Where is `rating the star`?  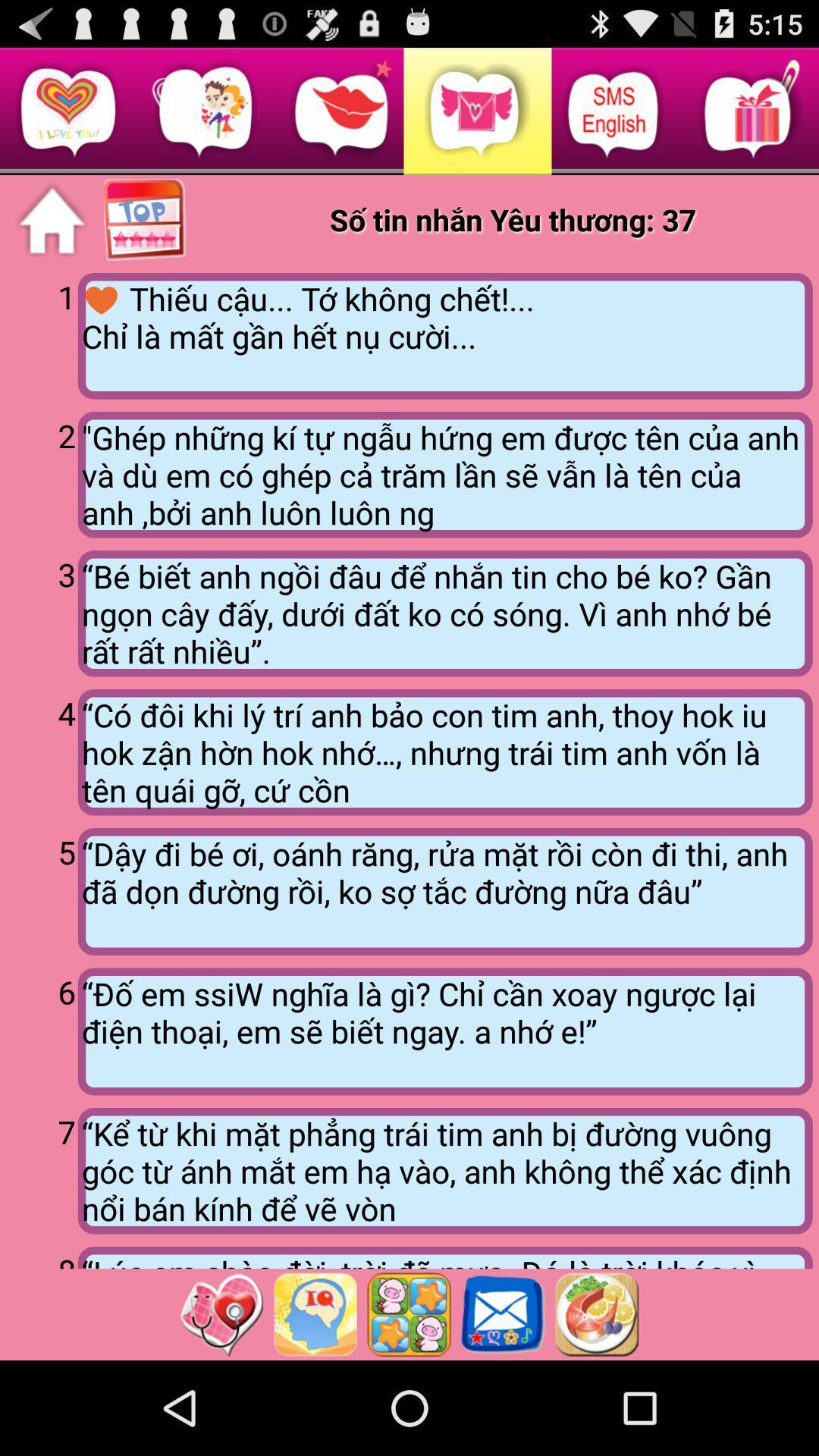 rating the star is located at coordinates (408, 1313).